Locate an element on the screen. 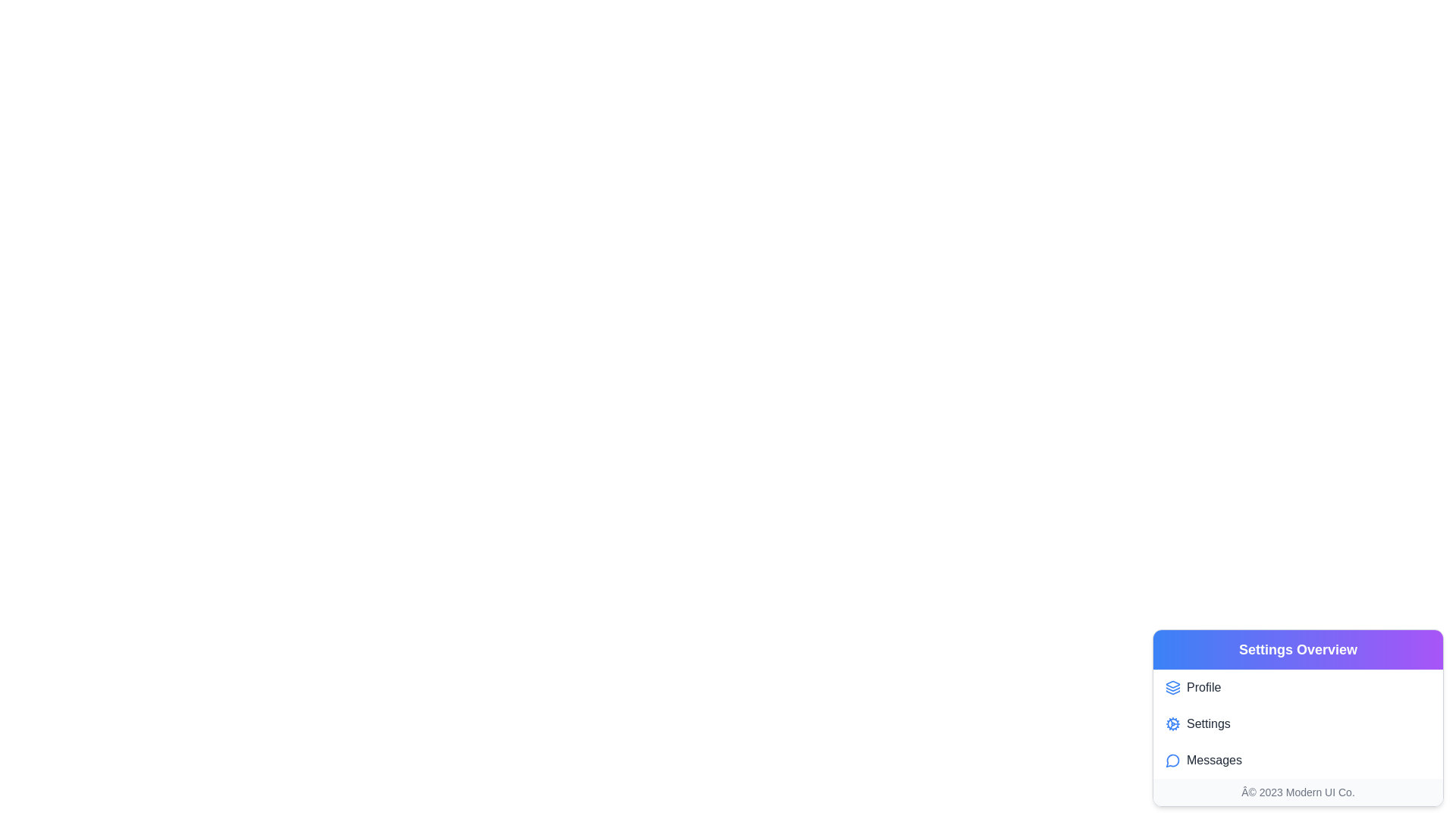  the footer text element that displays copyright information for 'Modern UI Co.' located at the bottom right corner of the interface is located at coordinates (1298, 792).